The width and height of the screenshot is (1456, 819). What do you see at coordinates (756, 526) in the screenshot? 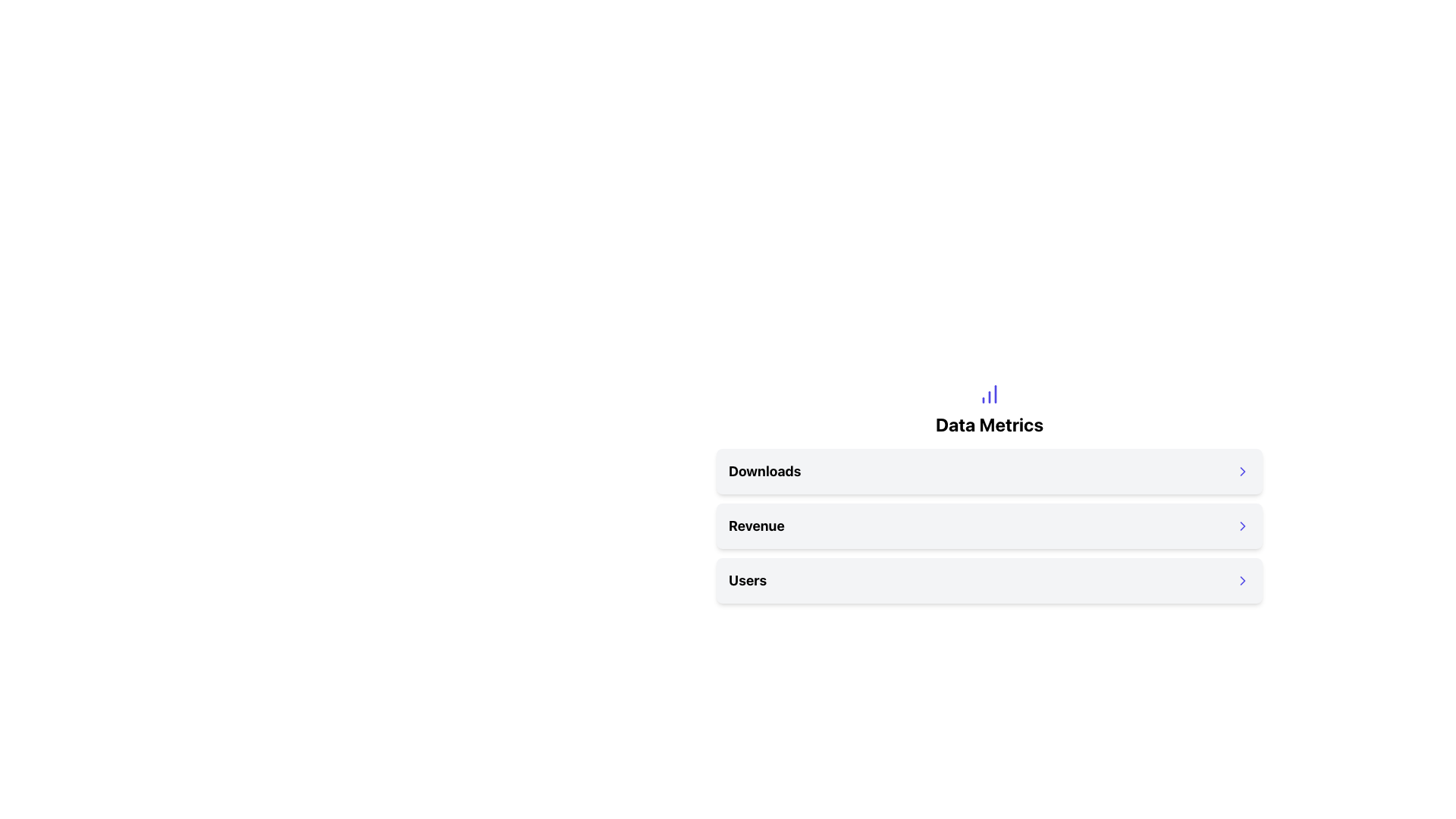
I see `the bold text label displaying 'Revenue', which is positioned between the 'Downloads' label above and the 'Users' label below in a vertical list` at bounding box center [756, 526].